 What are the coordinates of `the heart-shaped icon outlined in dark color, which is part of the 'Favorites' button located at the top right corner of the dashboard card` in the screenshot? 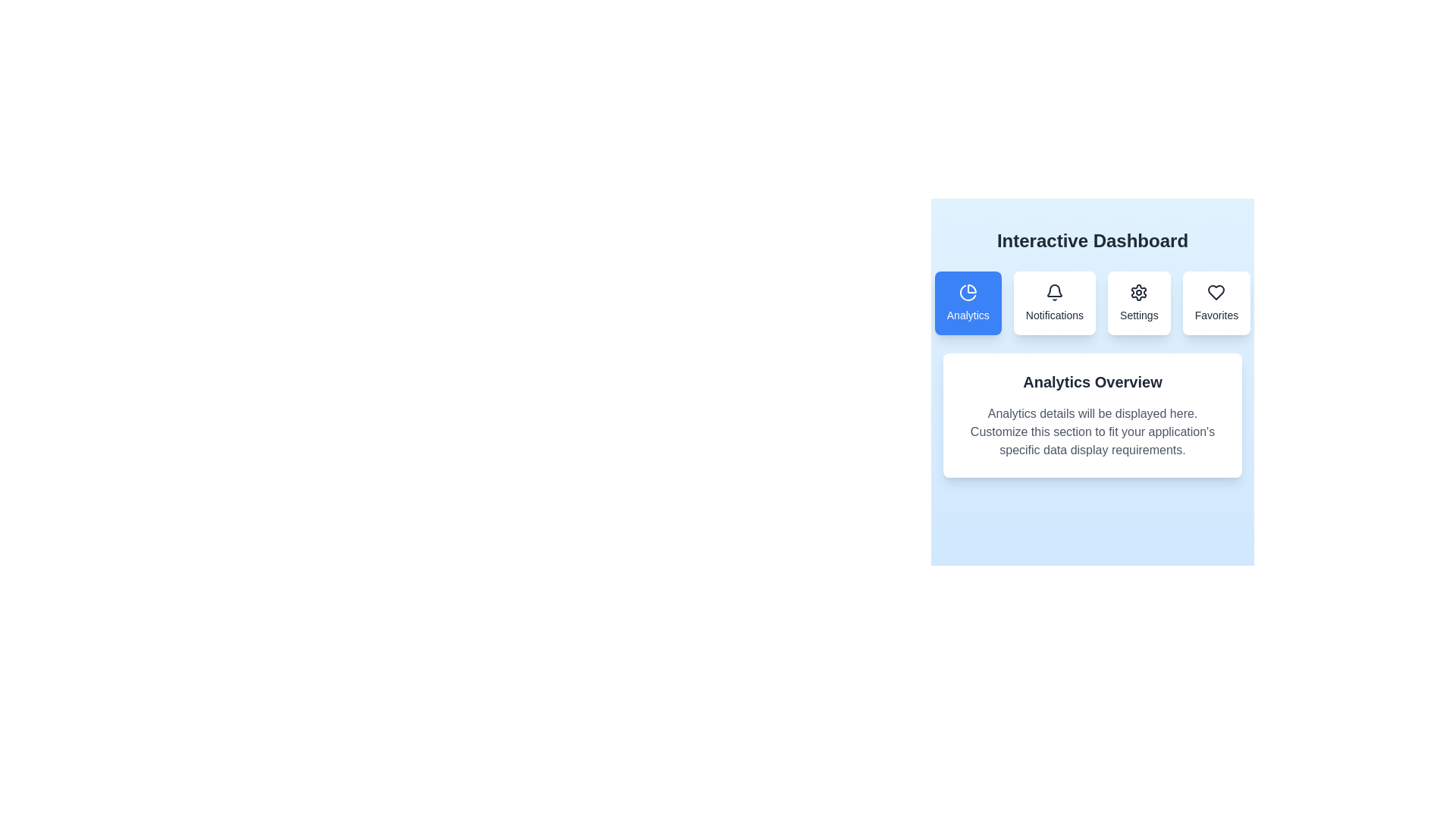 It's located at (1216, 292).